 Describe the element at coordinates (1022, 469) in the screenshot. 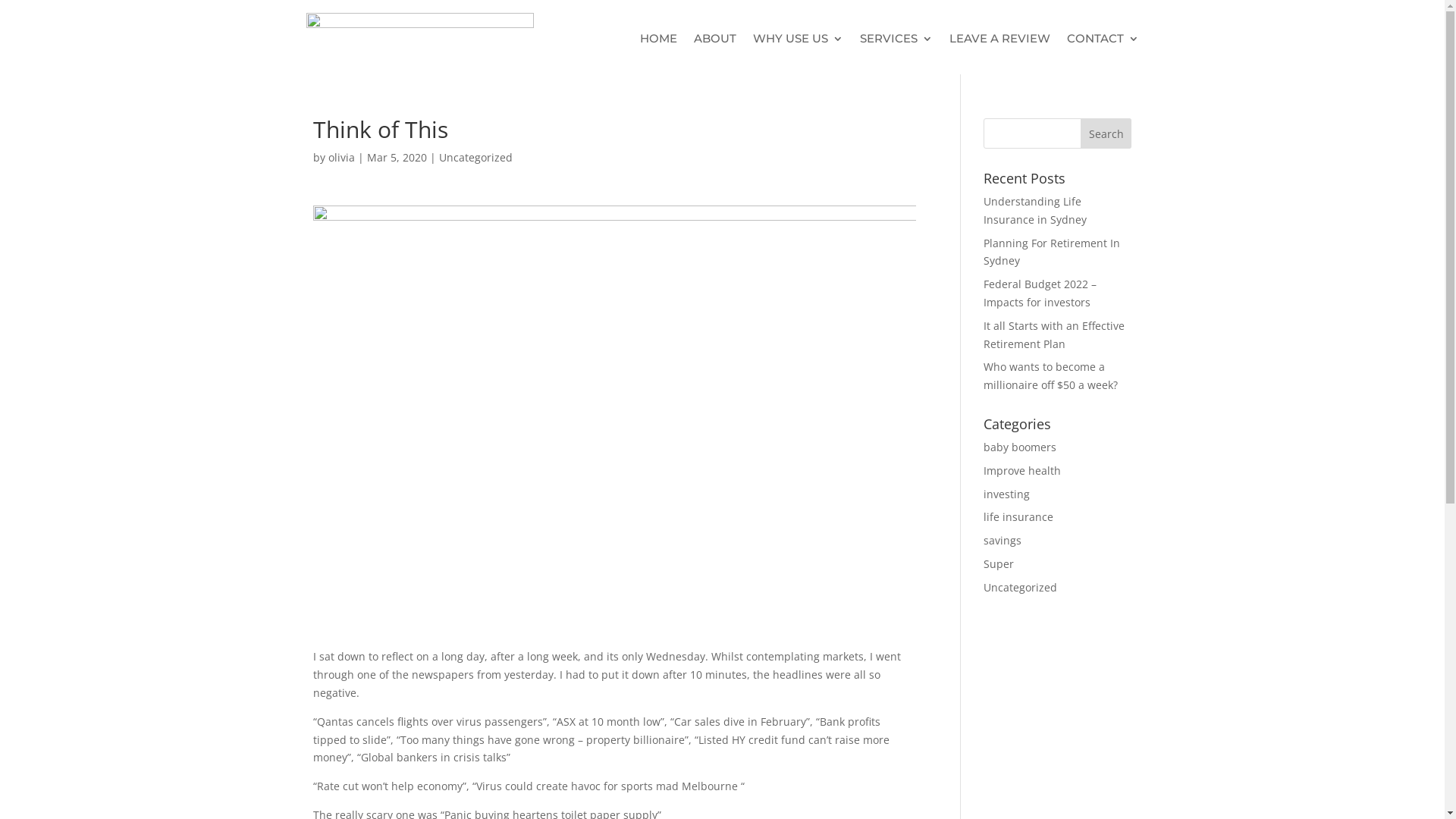

I see `'Improve health'` at that location.